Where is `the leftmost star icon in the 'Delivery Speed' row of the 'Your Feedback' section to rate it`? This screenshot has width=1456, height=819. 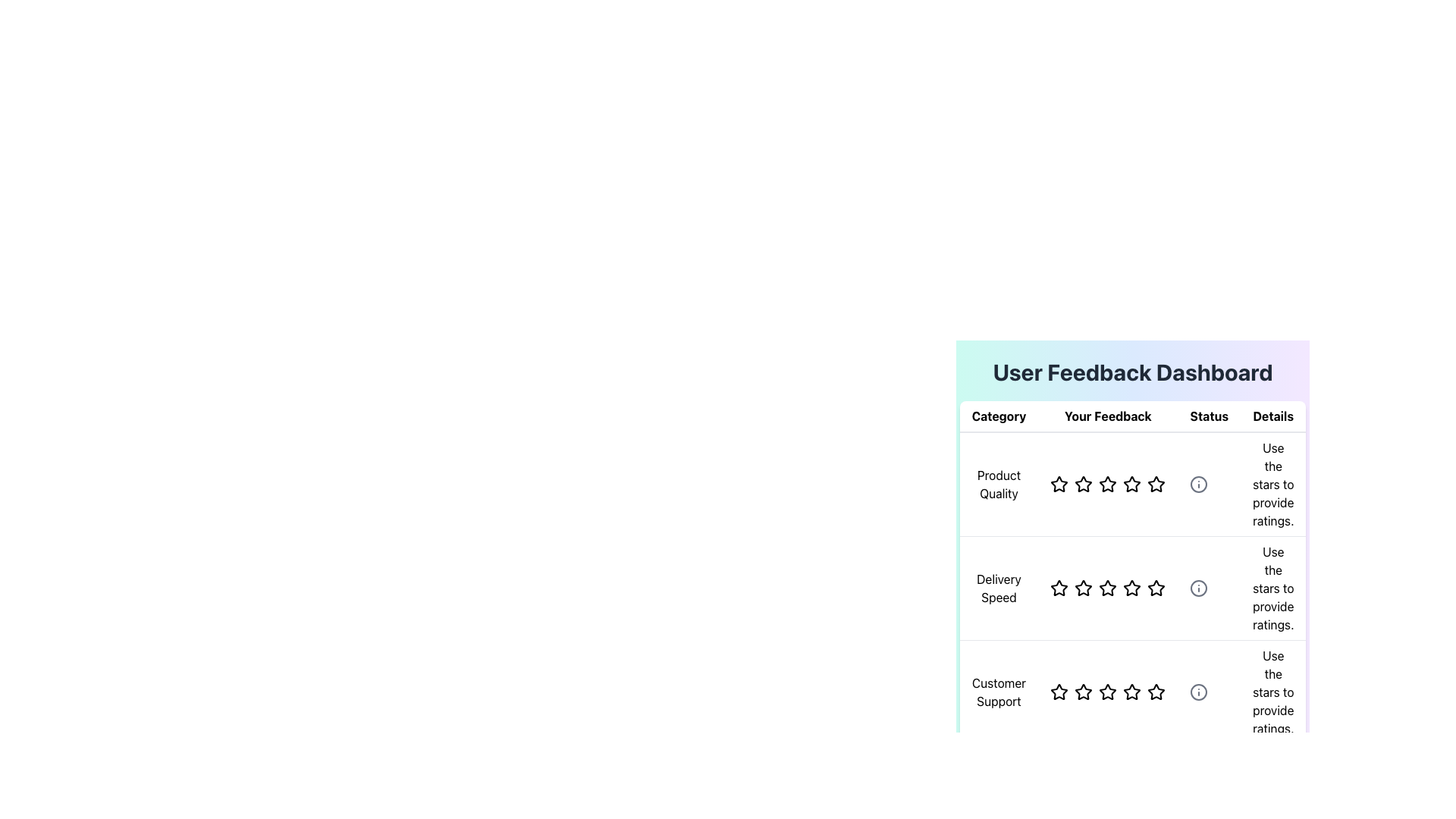 the leftmost star icon in the 'Delivery Speed' row of the 'Your Feedback' section to rate it is located at coordinates (1058, 587).